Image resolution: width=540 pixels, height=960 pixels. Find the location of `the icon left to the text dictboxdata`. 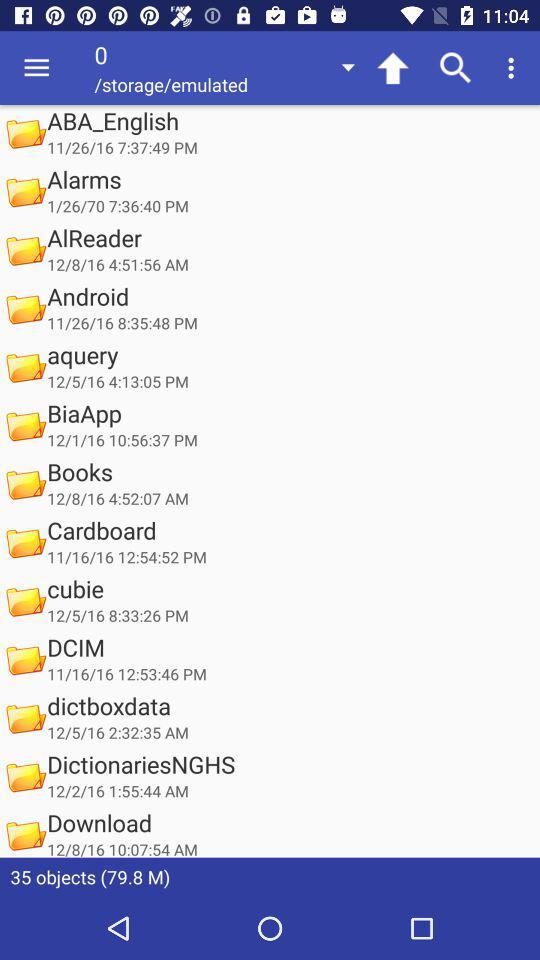

the icon left to the text dictboxdata is located at coordinates (24, 719).